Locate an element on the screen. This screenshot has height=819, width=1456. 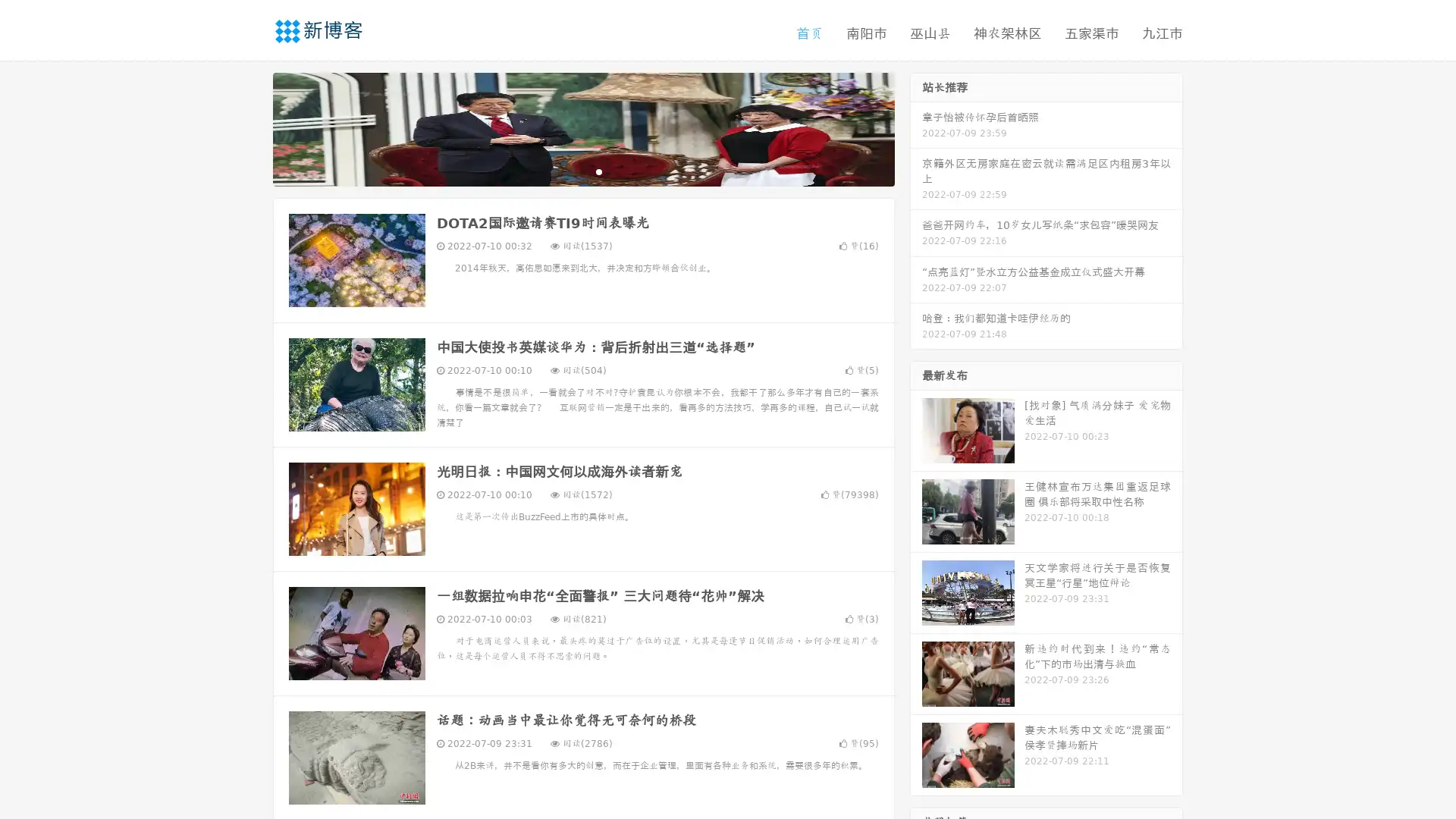
Previous slide is located at coordinates (250, 127).